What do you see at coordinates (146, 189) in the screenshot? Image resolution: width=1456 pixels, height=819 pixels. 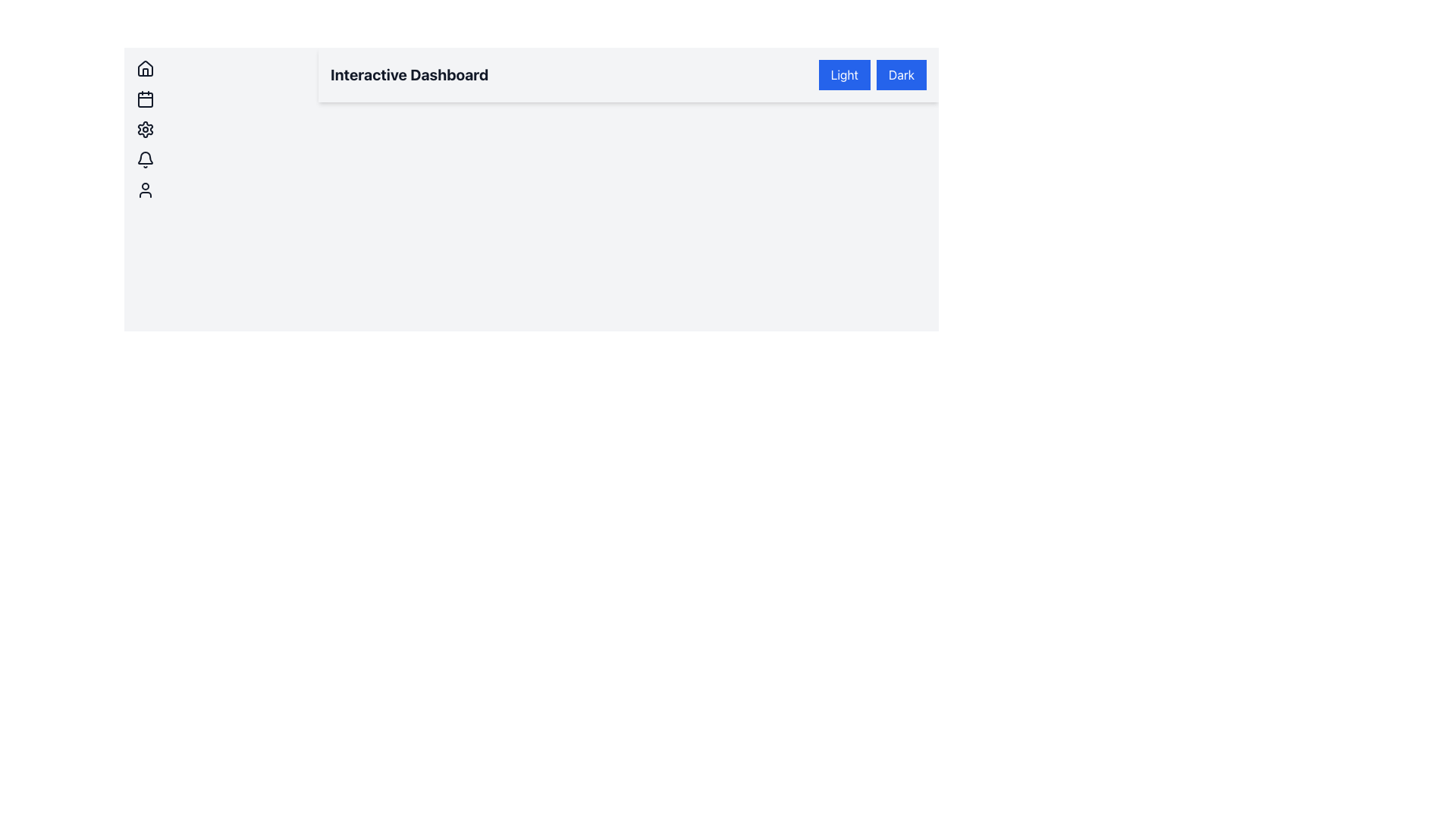 I see `the user symbol icon button, which is the fifth icon in a vertical stack on the left side of the interface` at bounding box center [146, 189].